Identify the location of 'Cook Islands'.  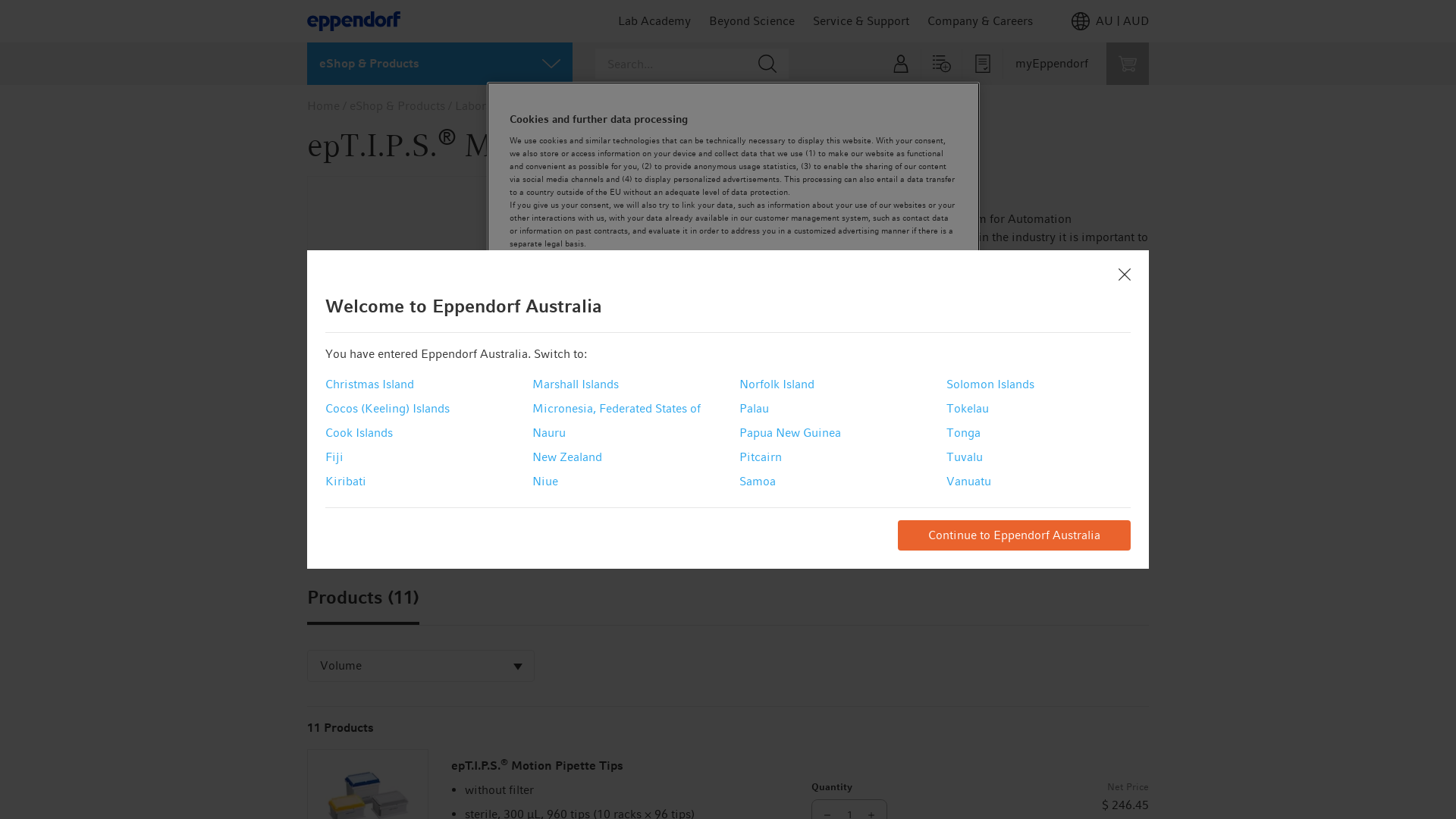
(358, 432).